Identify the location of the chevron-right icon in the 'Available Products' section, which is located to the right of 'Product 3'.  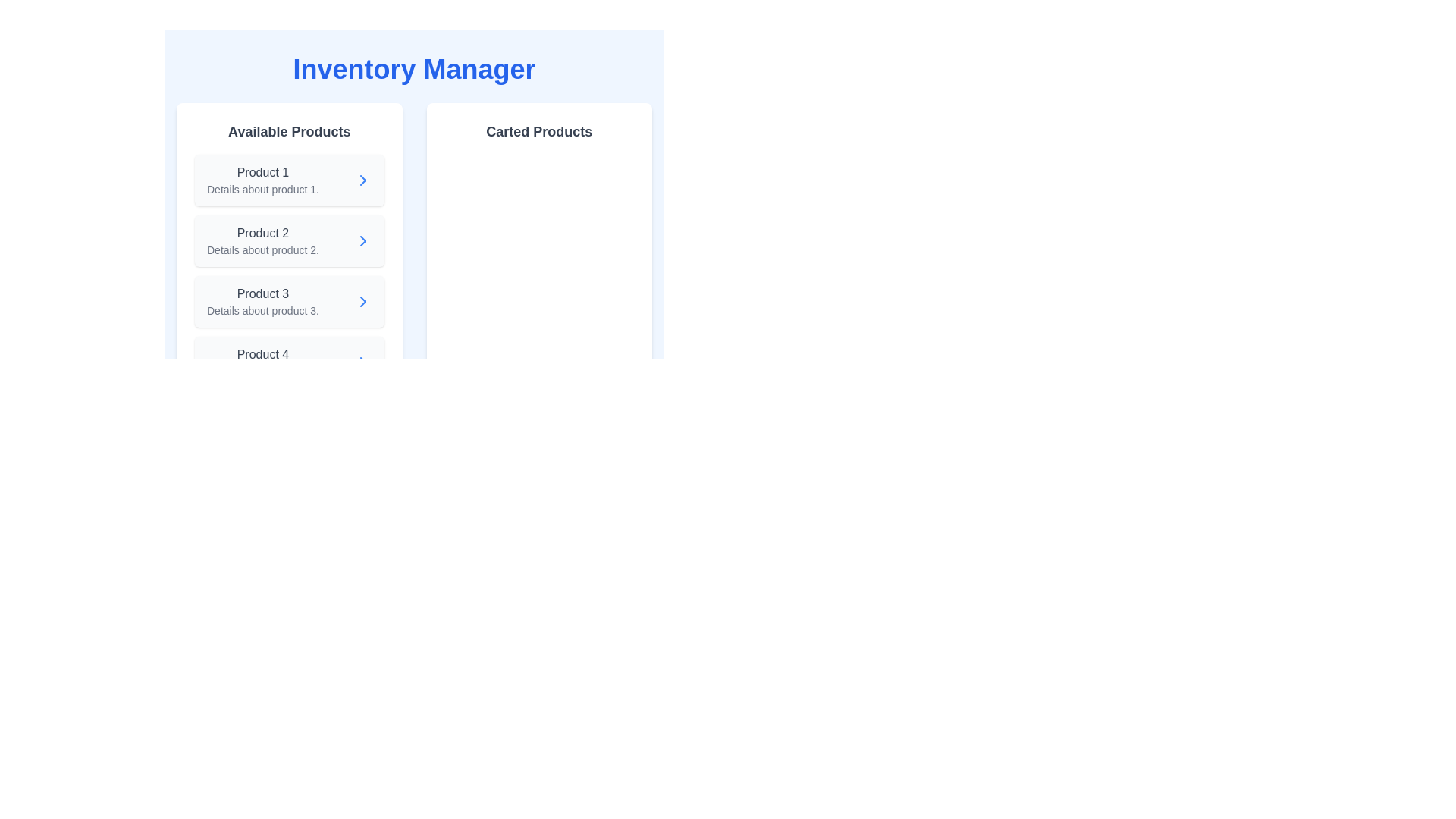
(362, 301).